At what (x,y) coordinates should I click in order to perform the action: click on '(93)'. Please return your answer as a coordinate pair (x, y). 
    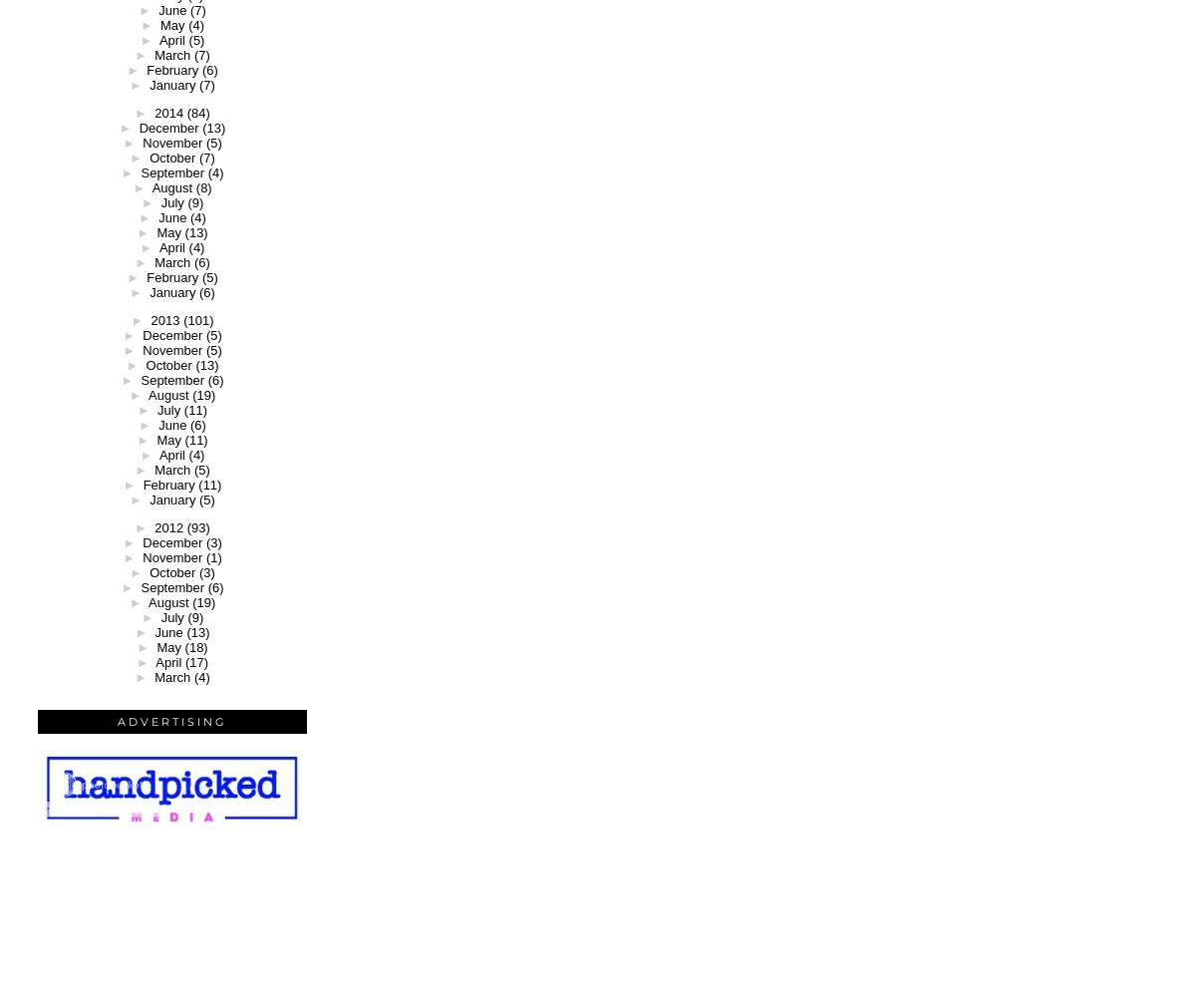
    Looking at the image, I should click on (197, 526).